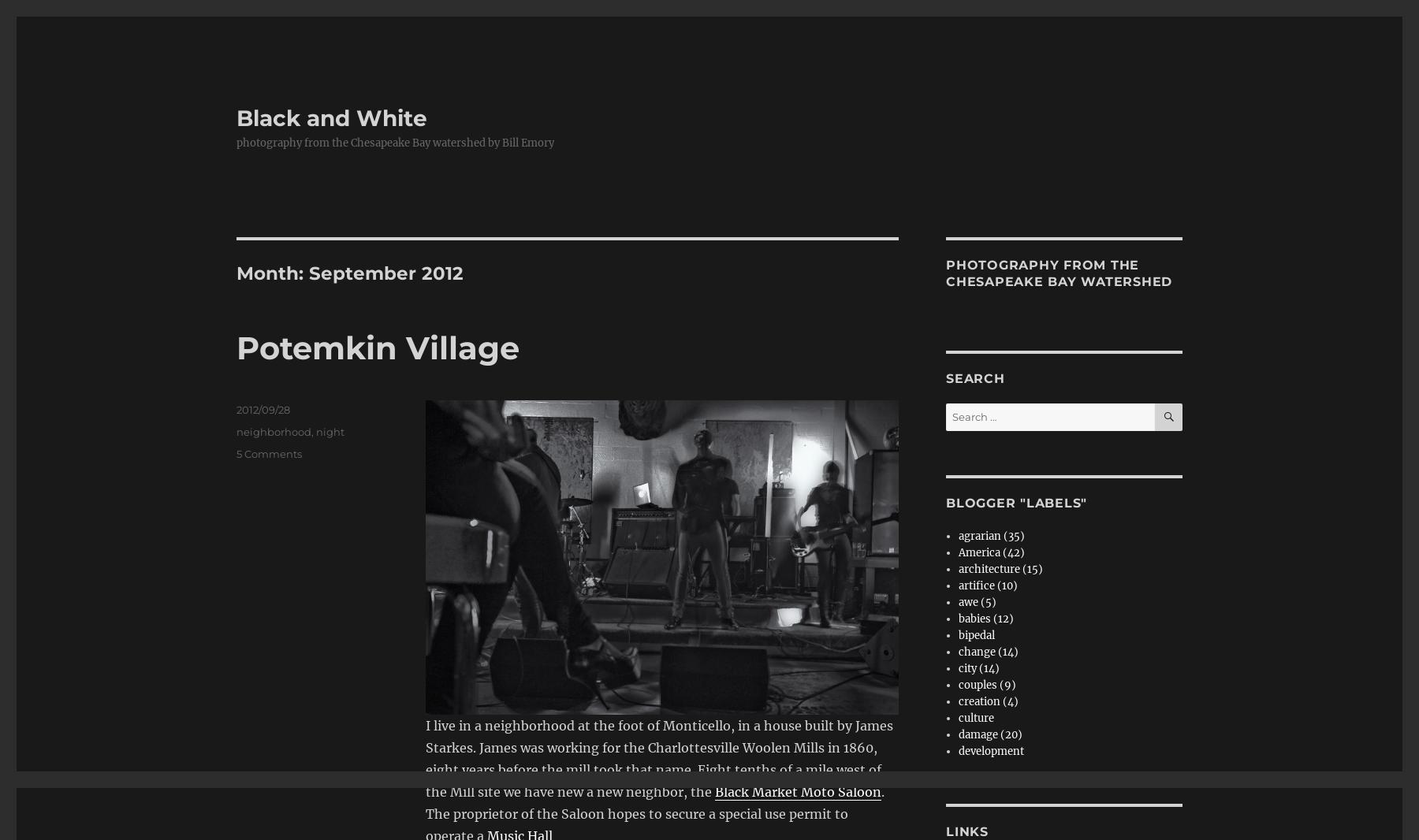  What do you see at coordinates (945, 502) in the screenshot?
I see `'blogger "labels"'` at bounding box center [945, 502].